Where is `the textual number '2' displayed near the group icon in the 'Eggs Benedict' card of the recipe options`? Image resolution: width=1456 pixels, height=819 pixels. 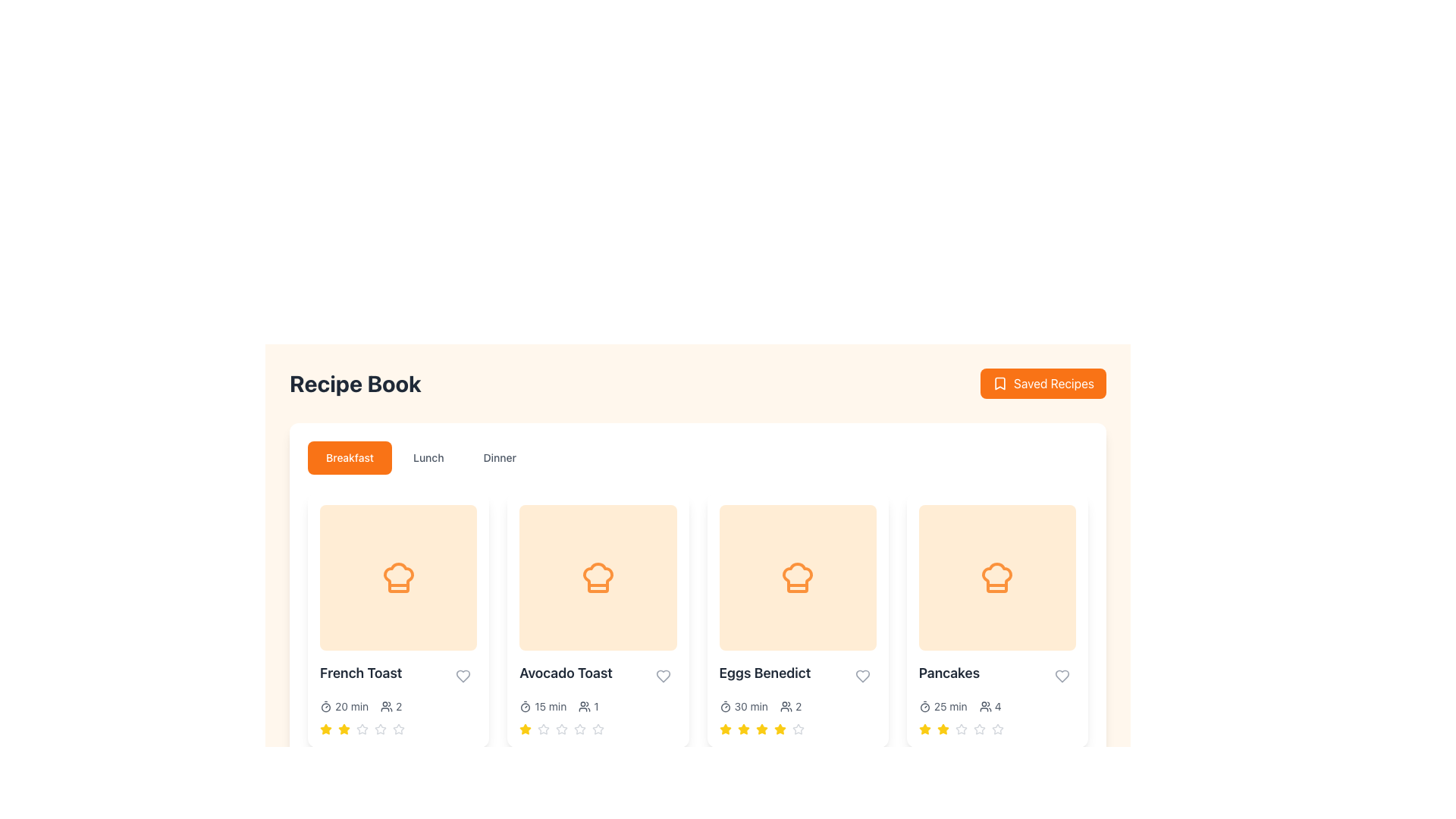 the textual number '2' displayed near the group icon in the 'Eggs Benedict' card of the recipe options is located at coordinates (798, 707).